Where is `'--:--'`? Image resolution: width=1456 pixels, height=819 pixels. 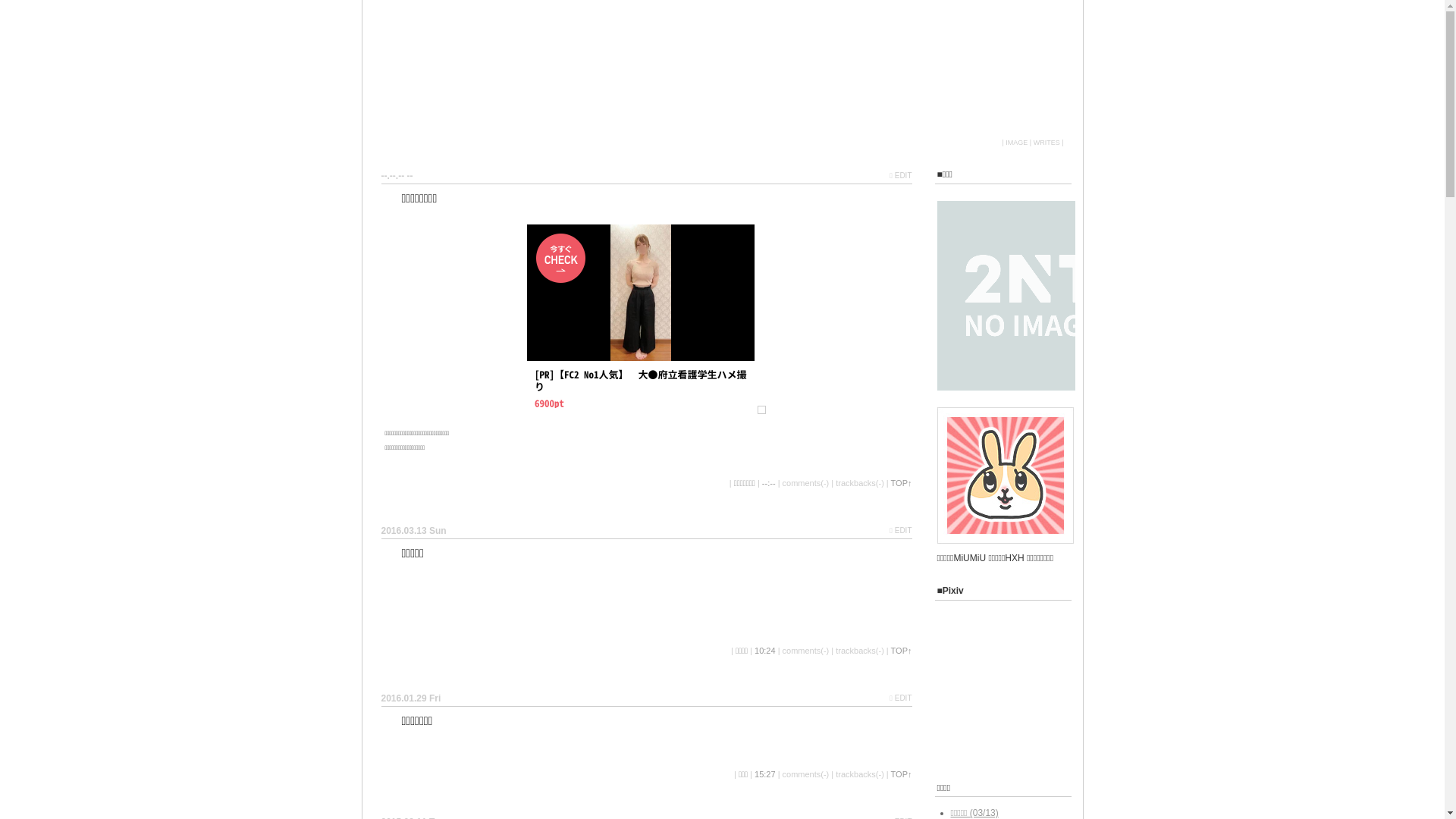 '--:--' is located at coordinates (768, 482).